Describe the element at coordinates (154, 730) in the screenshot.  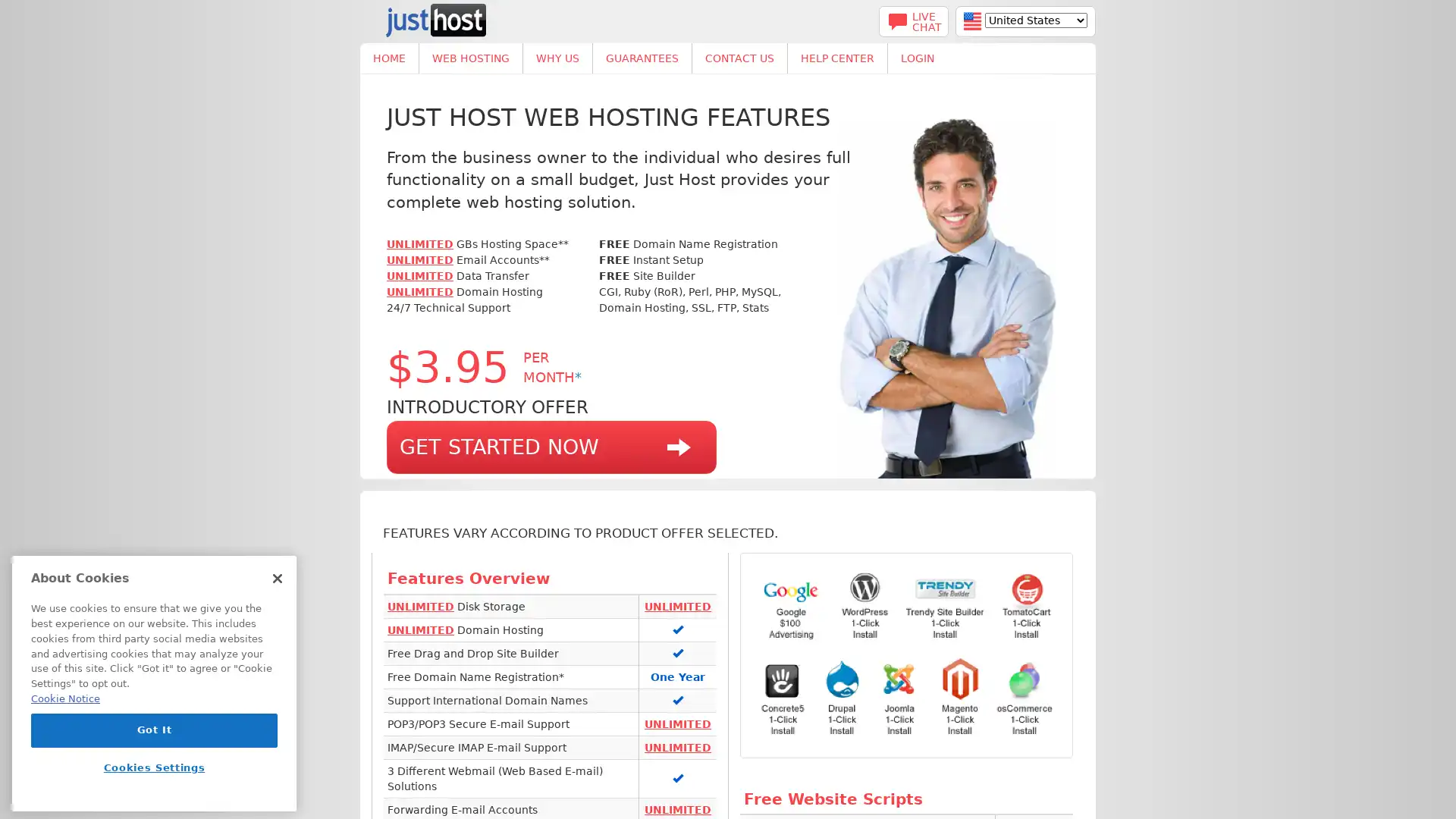
I see `Got It` at that location.